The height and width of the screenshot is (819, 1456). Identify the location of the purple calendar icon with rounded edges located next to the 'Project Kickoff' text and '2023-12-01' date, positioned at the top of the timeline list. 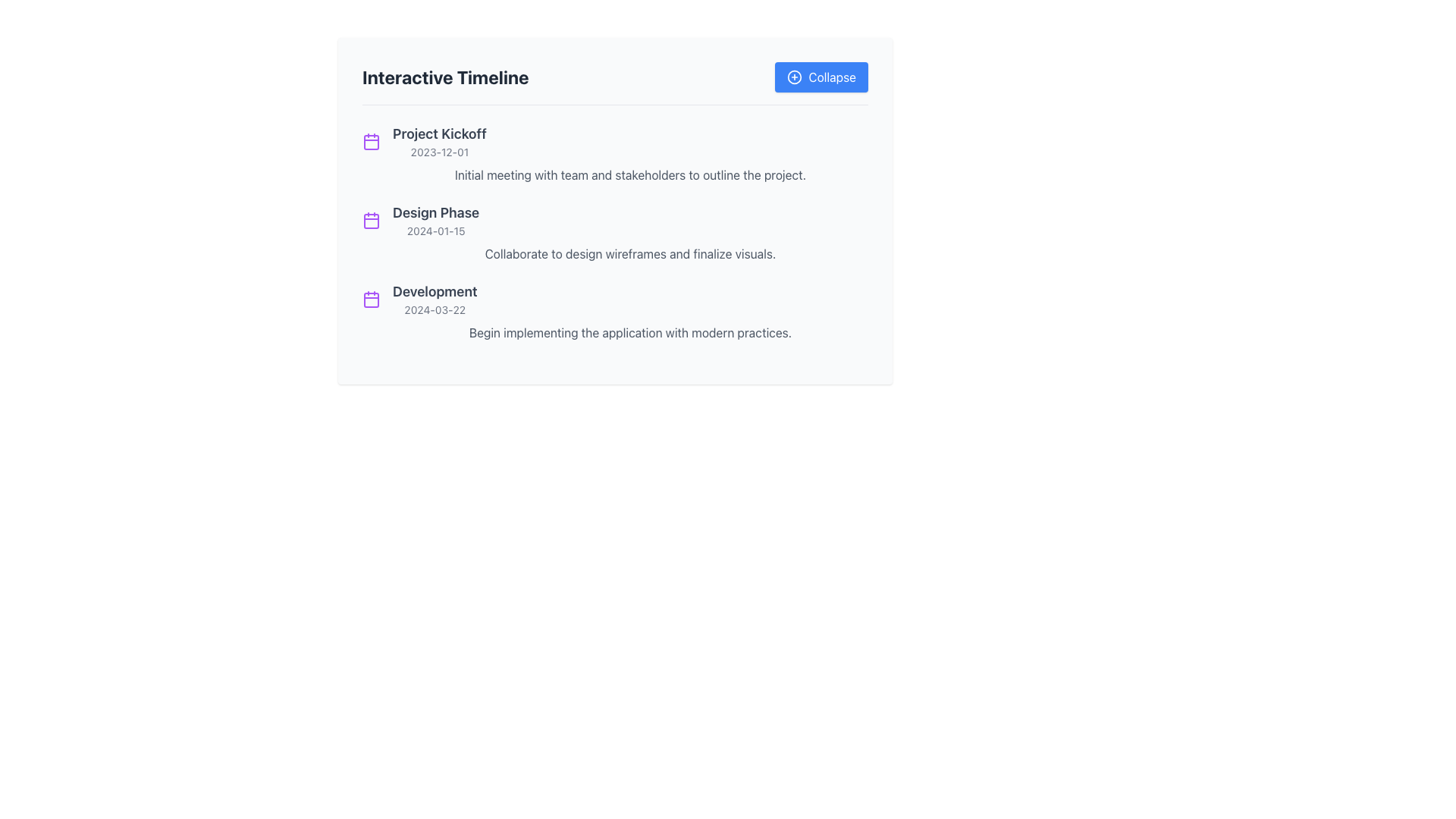
(371, 141).